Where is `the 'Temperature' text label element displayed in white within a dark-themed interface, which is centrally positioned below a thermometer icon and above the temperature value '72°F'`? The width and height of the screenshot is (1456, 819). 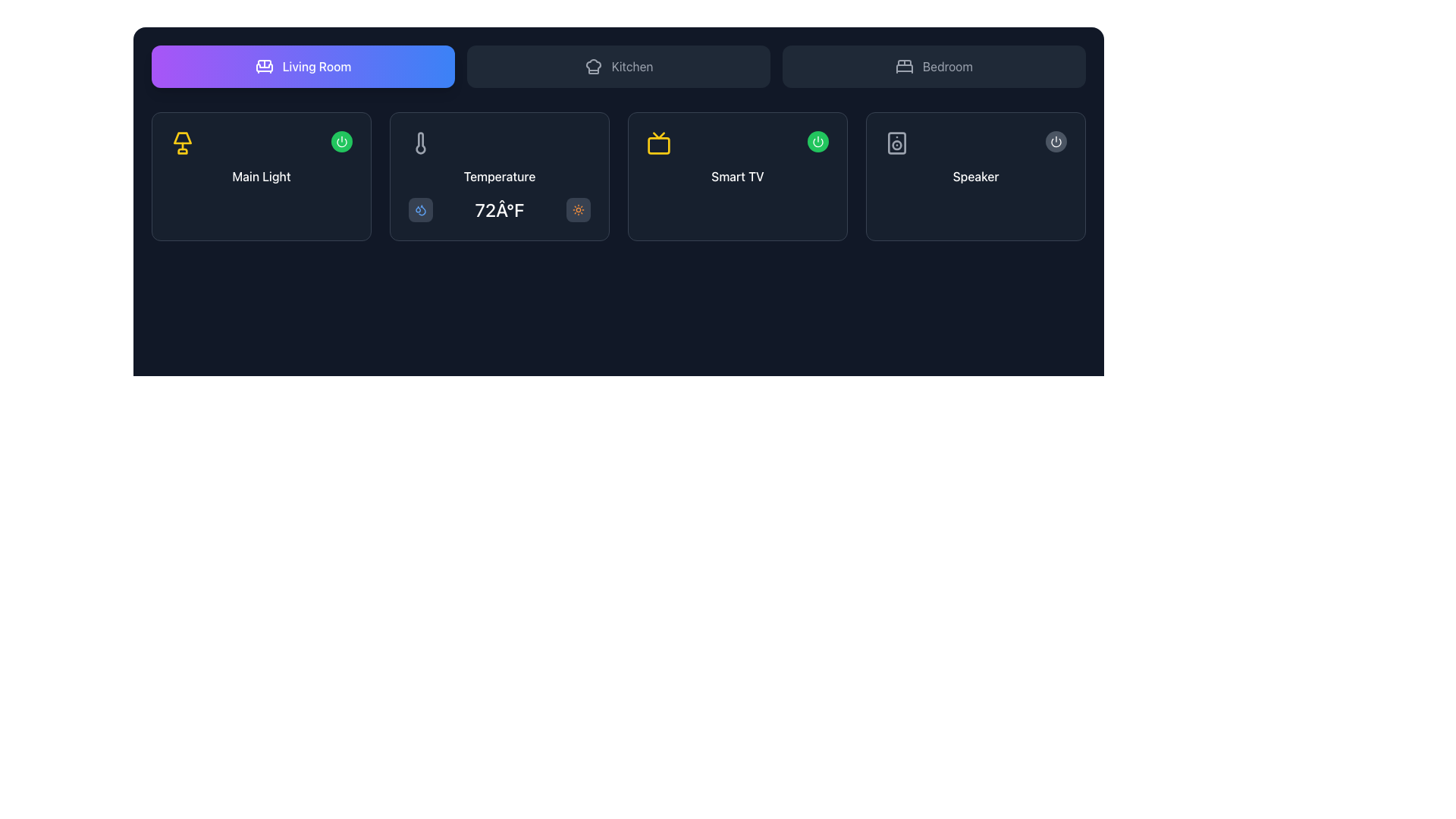 the 'Temperature' text label element displayed in white within a dark-themed interface, which is centrally positioned below a thermometer icon and above the temperature value '72°F' is located at coordinates (499, 175).